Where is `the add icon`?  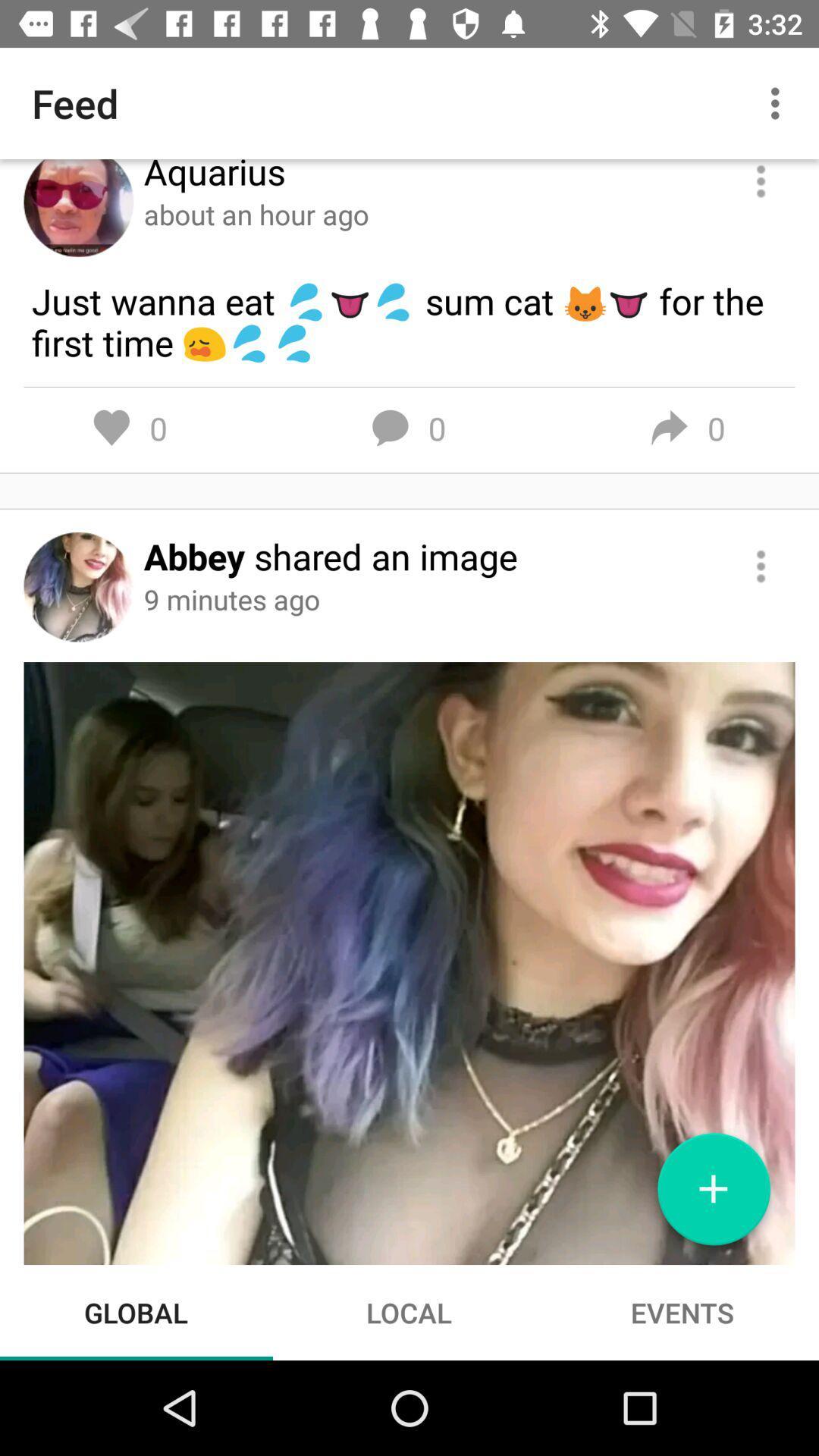
the add icon is located at coordinates (714, 1194).